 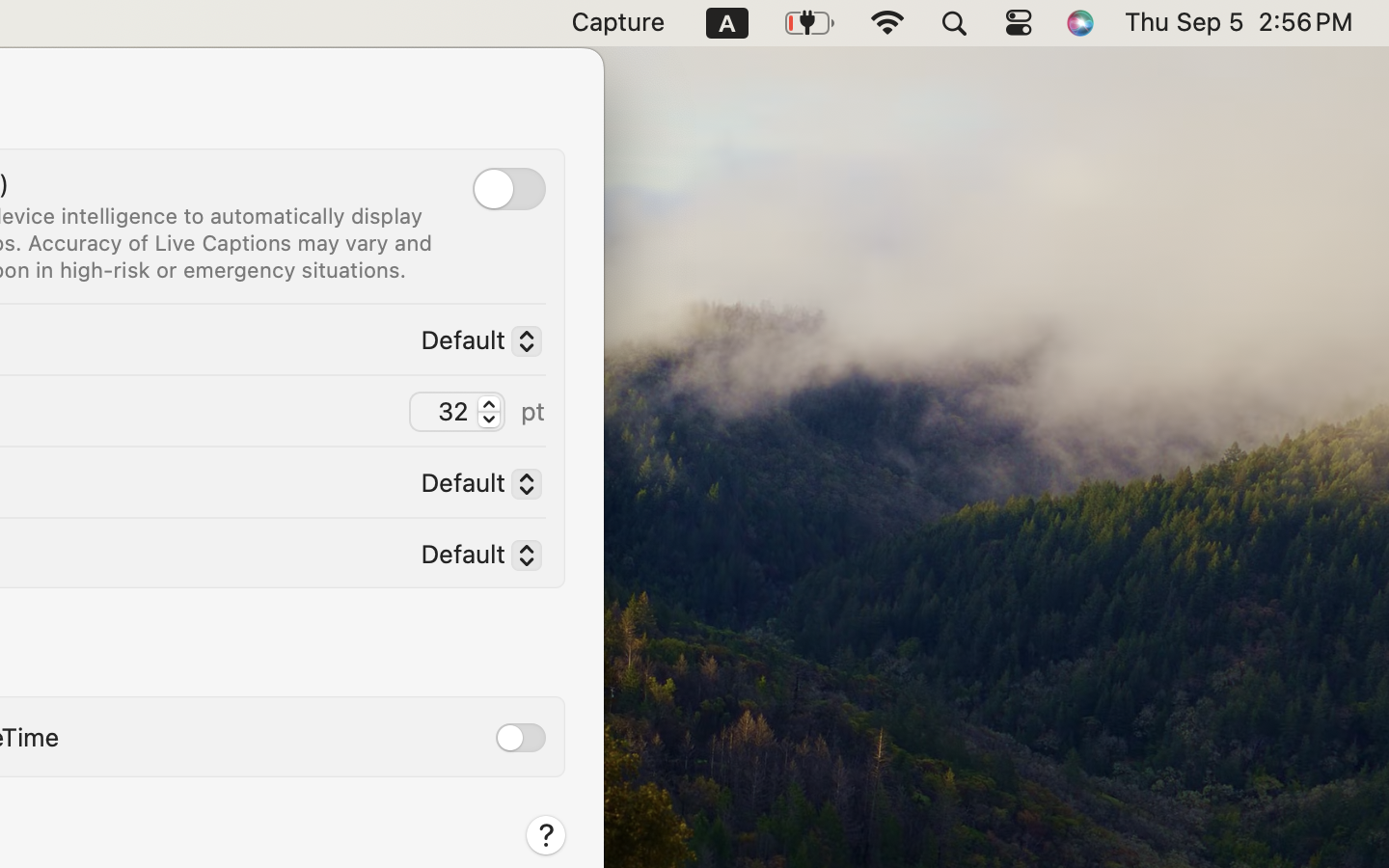 What do you see at coordinates (532, 410) in the screenshot?
I see `'pt'` at bounding box center [532, 410].